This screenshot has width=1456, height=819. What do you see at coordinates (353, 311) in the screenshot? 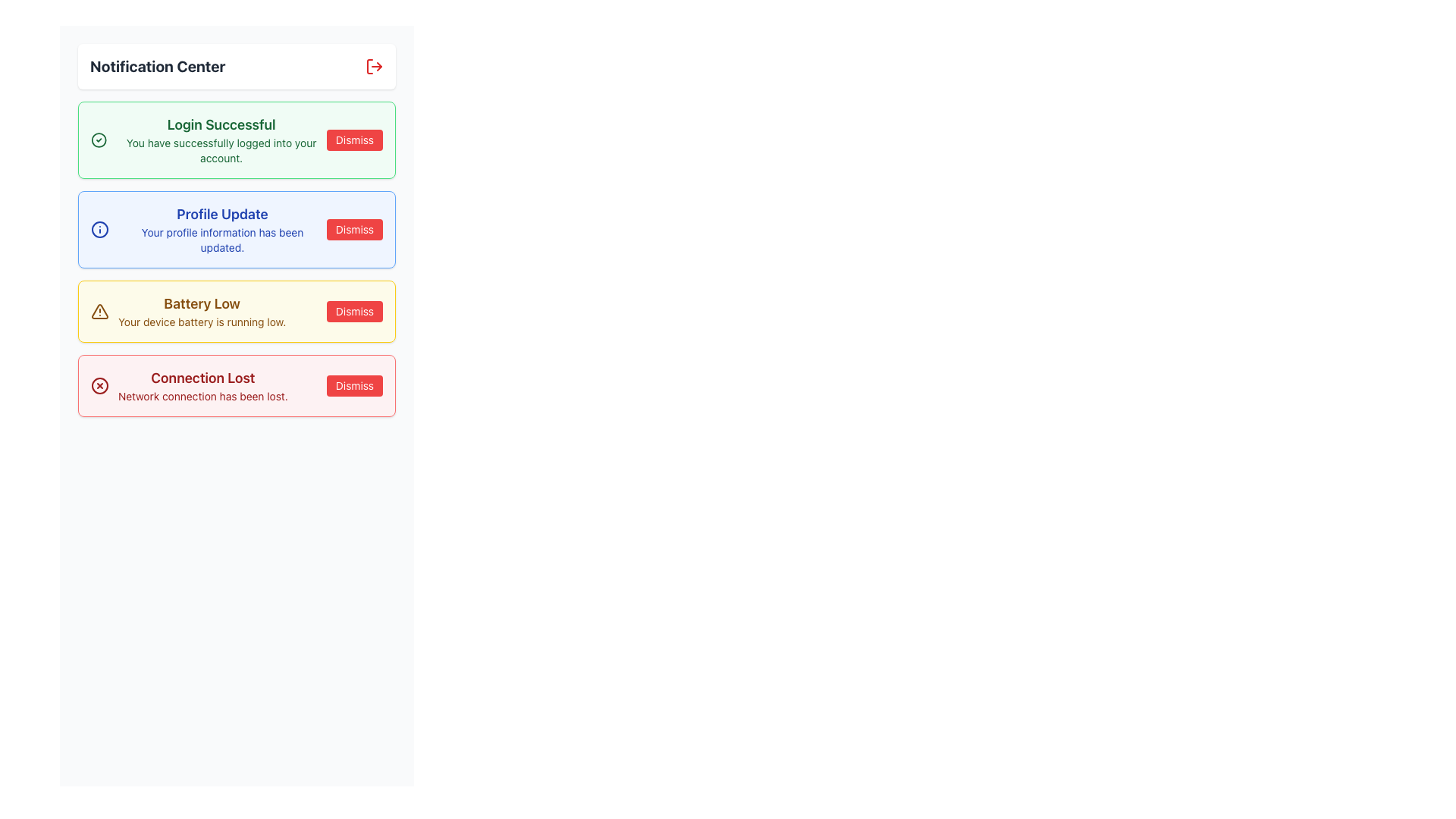
I see `the 'Dismiss' button, a red rectangular button with white text, located at the far right of the notification card warning about low battery` at bounding box center [353, 311].